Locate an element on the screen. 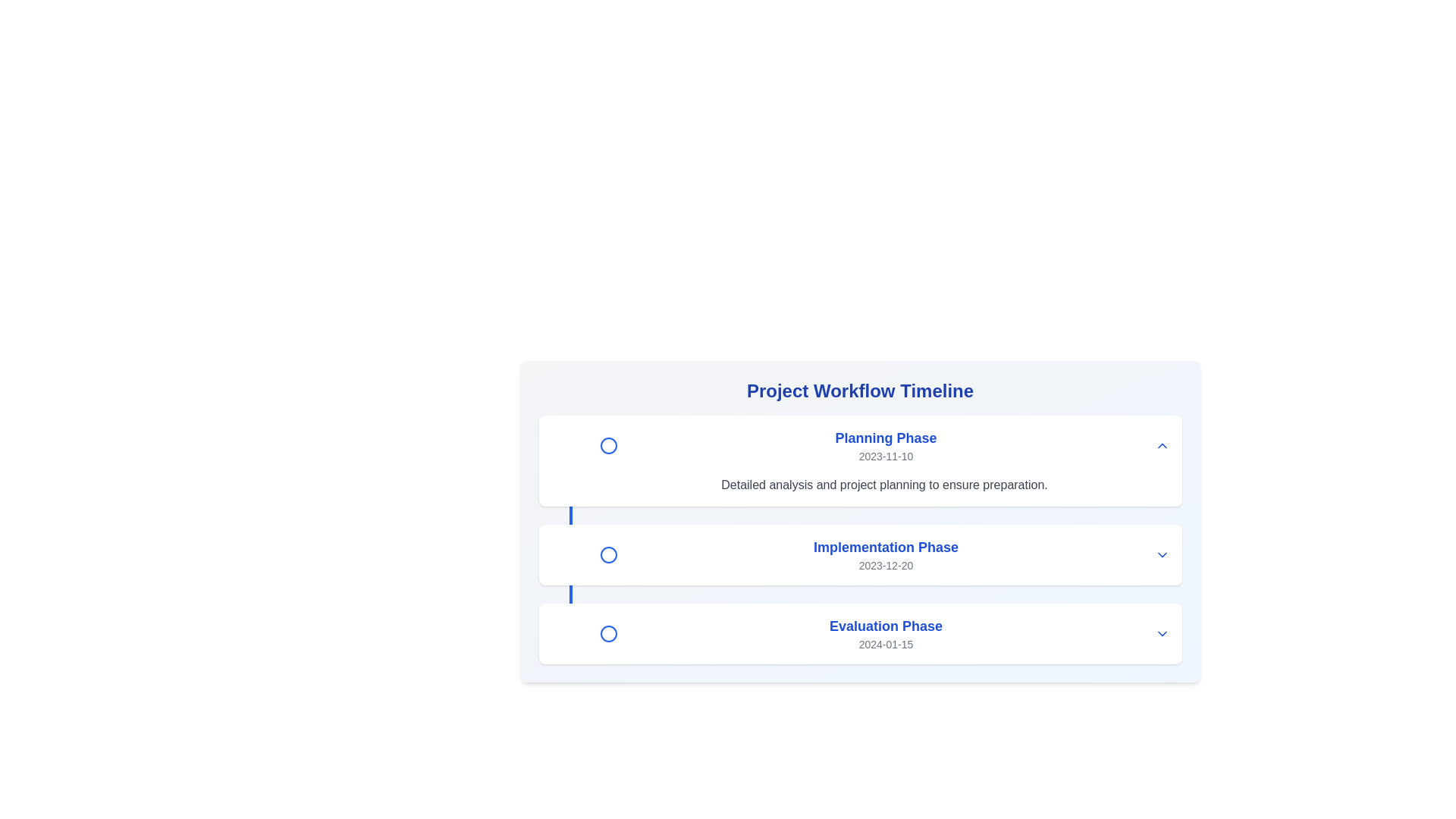 The image size is (1456, 819). the static Text label providing information about the date associated with the 'Implementation Phase' event, located beneath the 'Implementation Phase' heading is located at coordinates (886, 565).